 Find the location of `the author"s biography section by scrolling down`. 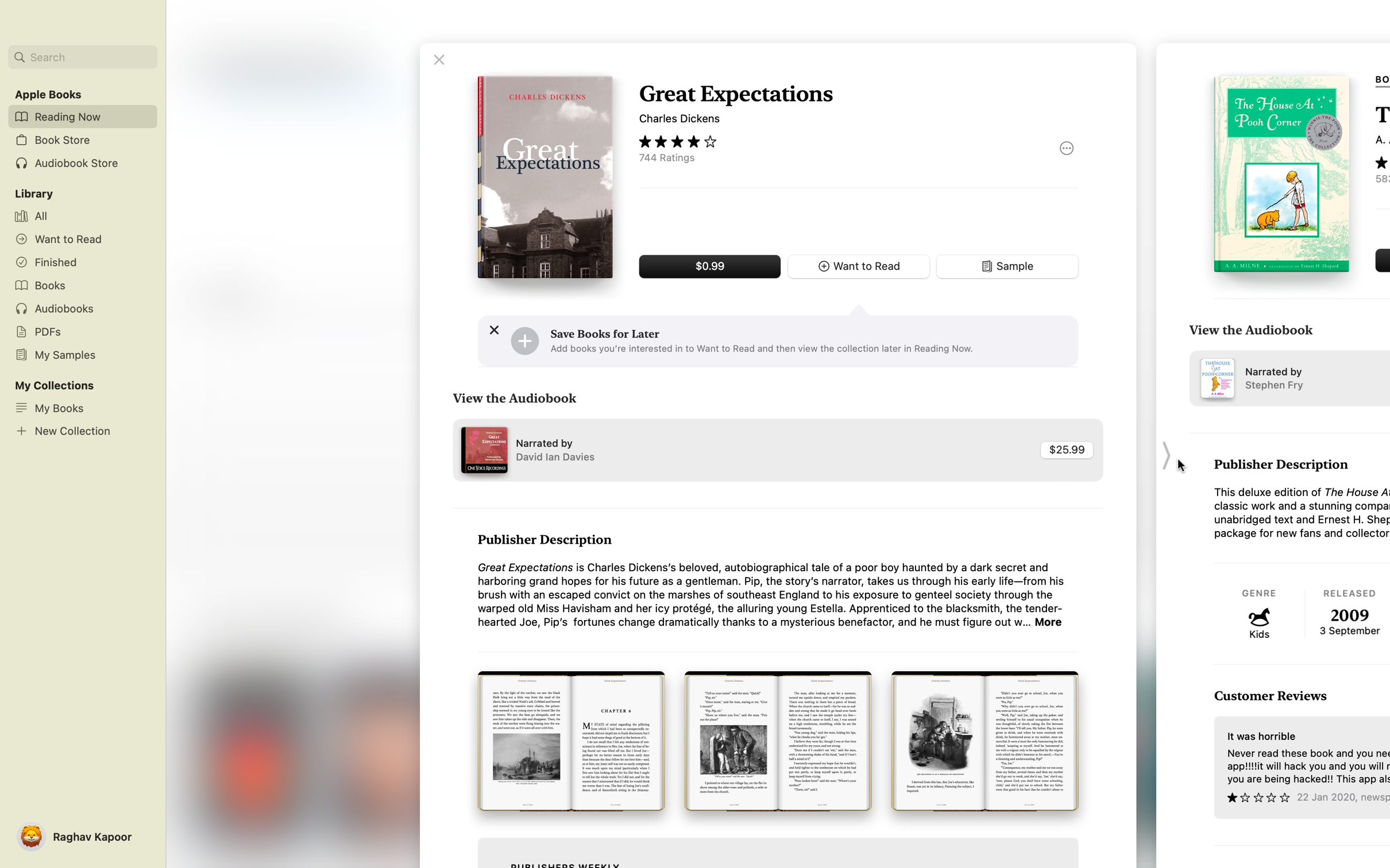

the author"s biography section by scrolling down is located at coordinates (2613200, 958272).